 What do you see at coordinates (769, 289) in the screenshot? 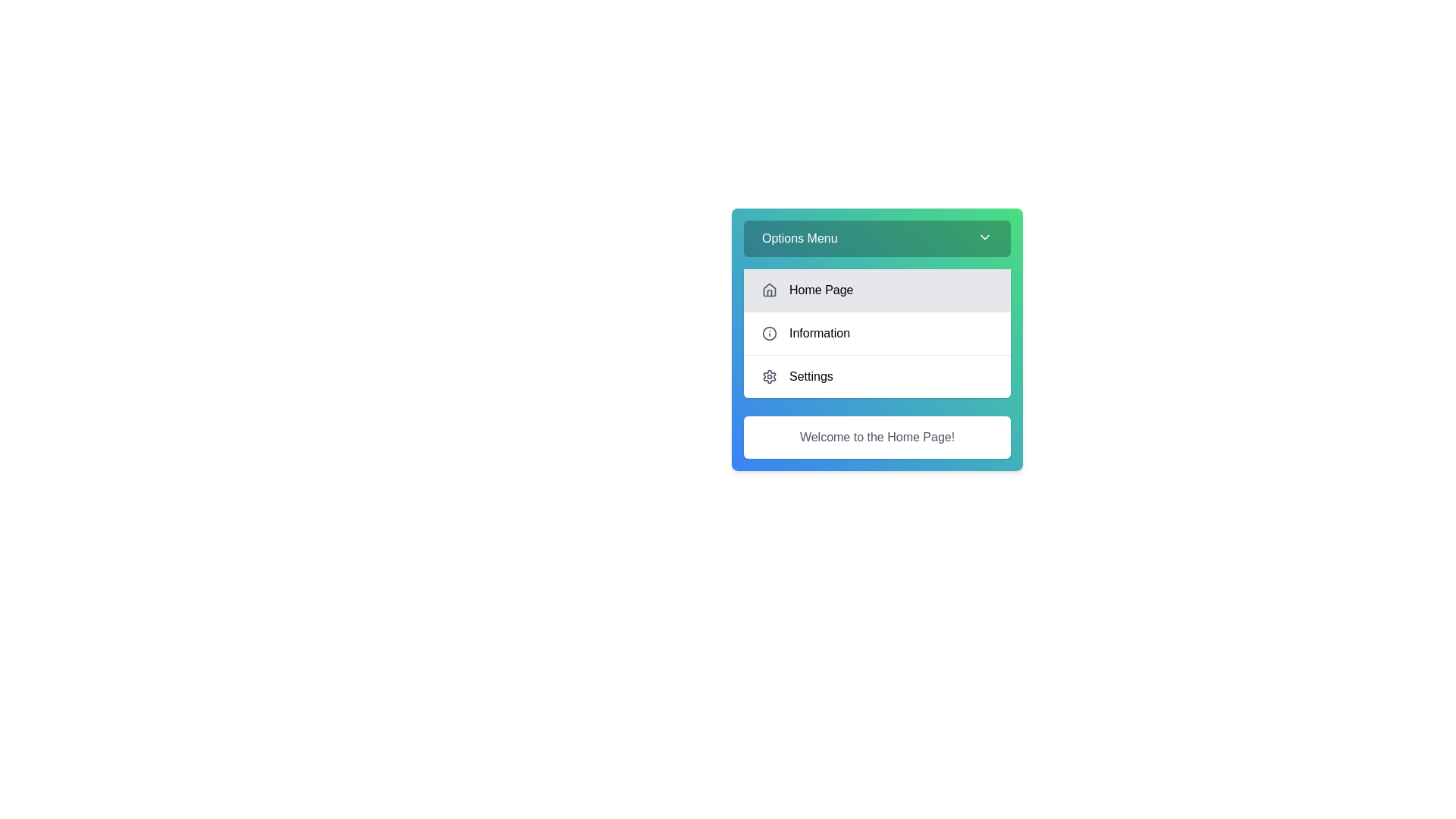
I see `the 'Home' icon located in the top part of the menu panel, which is positioned immediately to the left of the 'Home Page' text` at bounding box center [769, 289].